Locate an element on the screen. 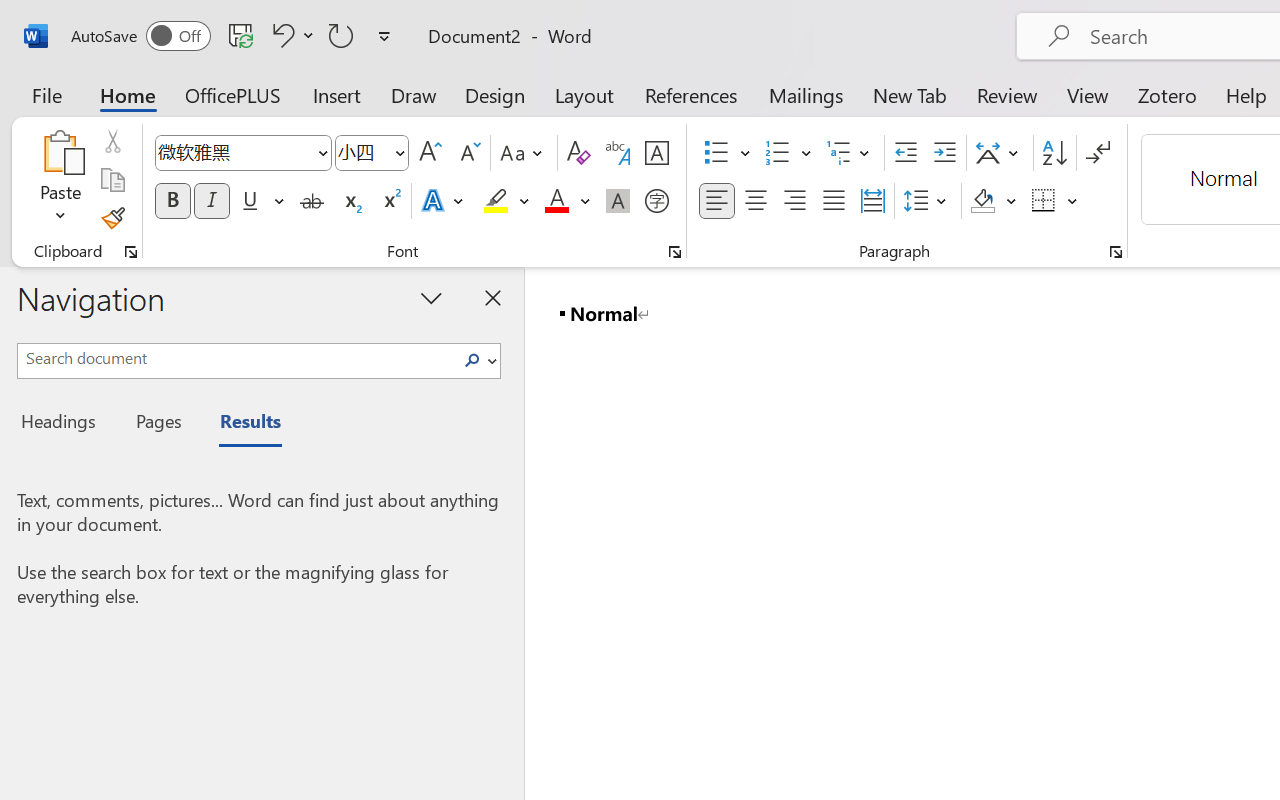  'Font...' is located at coordinates (675, 251).